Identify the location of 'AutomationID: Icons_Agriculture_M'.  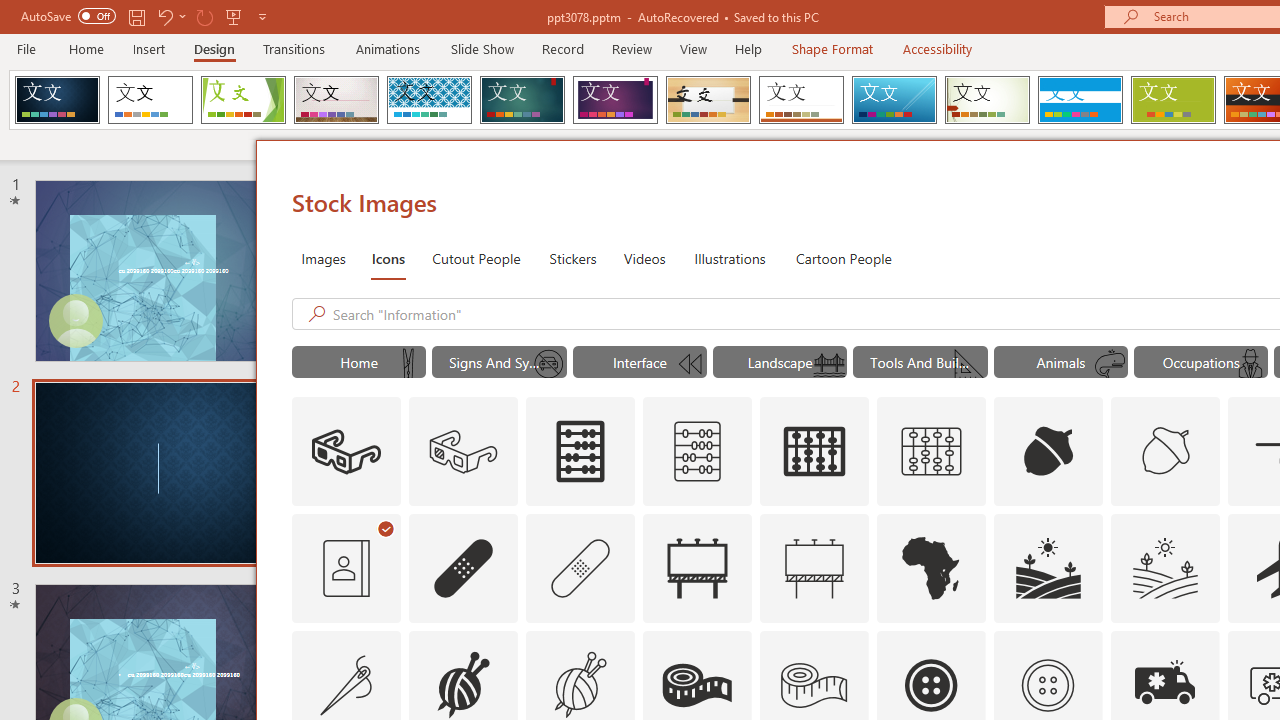
(1166, 568).